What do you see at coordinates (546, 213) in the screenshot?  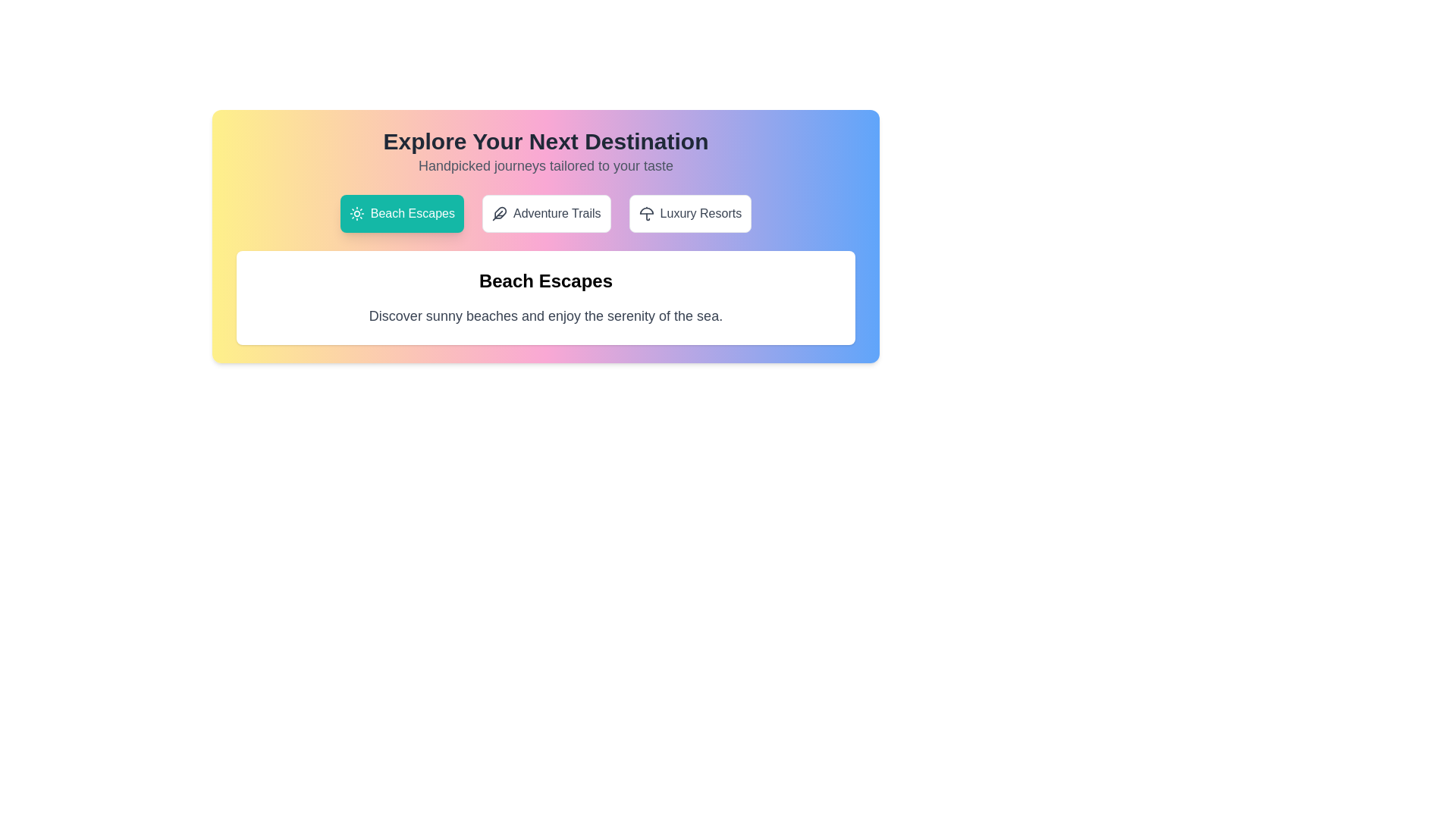 I see `the tab labeled 'Adventure Trails'` at bounding box center [546, 213].